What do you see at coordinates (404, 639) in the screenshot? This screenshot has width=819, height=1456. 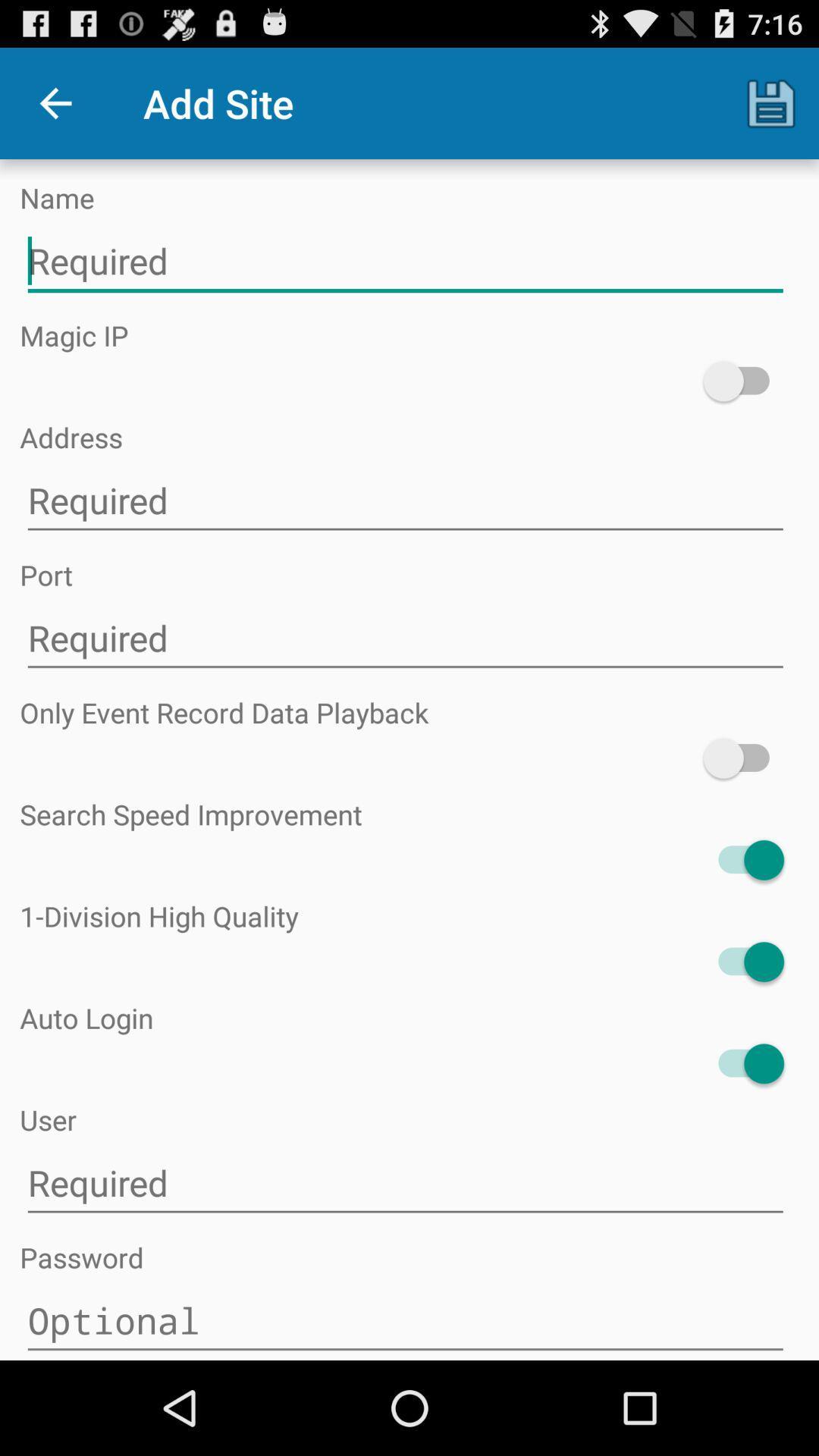 I see `required section` at bounding box center [404, 639].